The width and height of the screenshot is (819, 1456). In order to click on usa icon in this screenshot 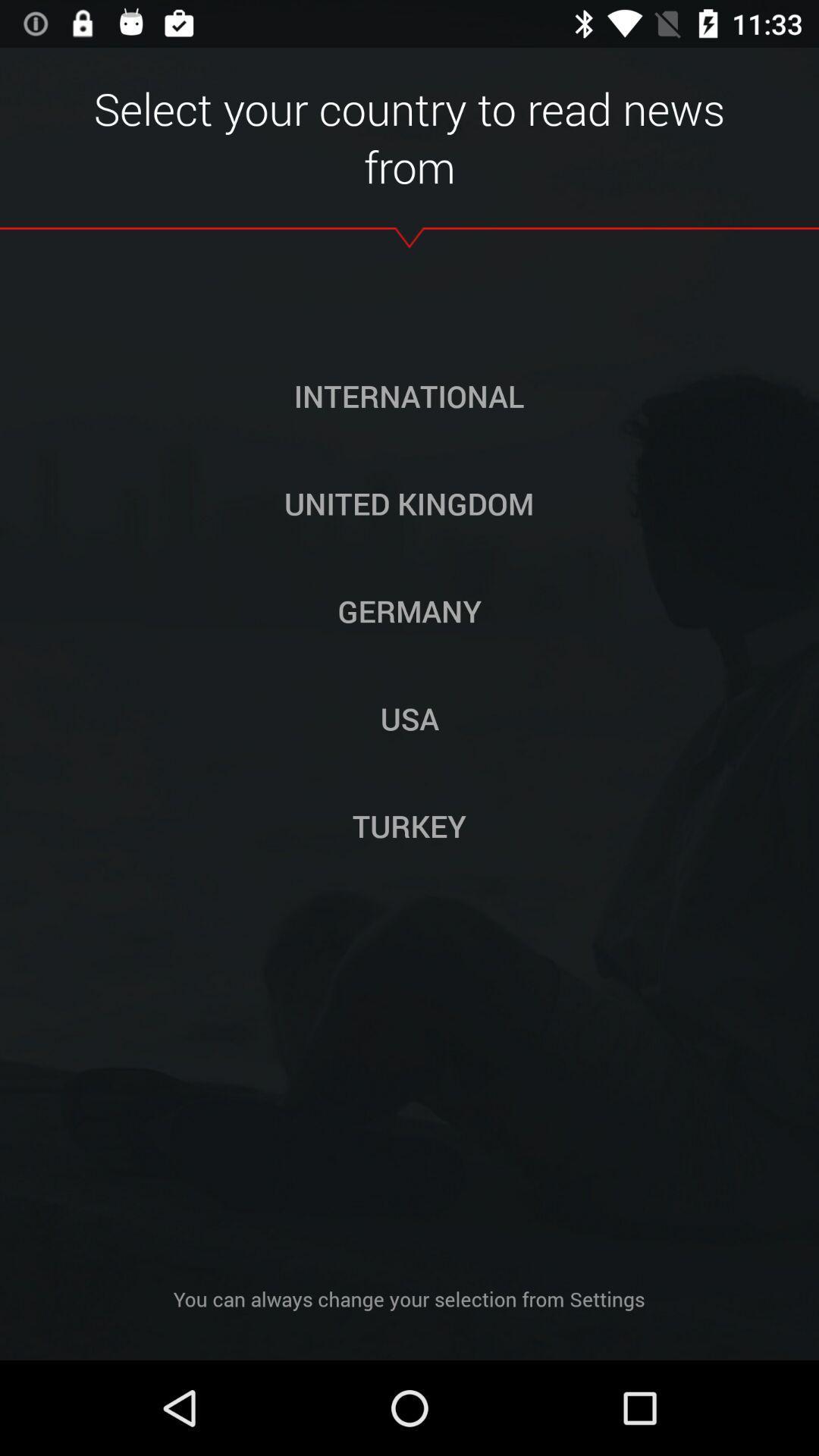, I will do `click(409, 717)`.